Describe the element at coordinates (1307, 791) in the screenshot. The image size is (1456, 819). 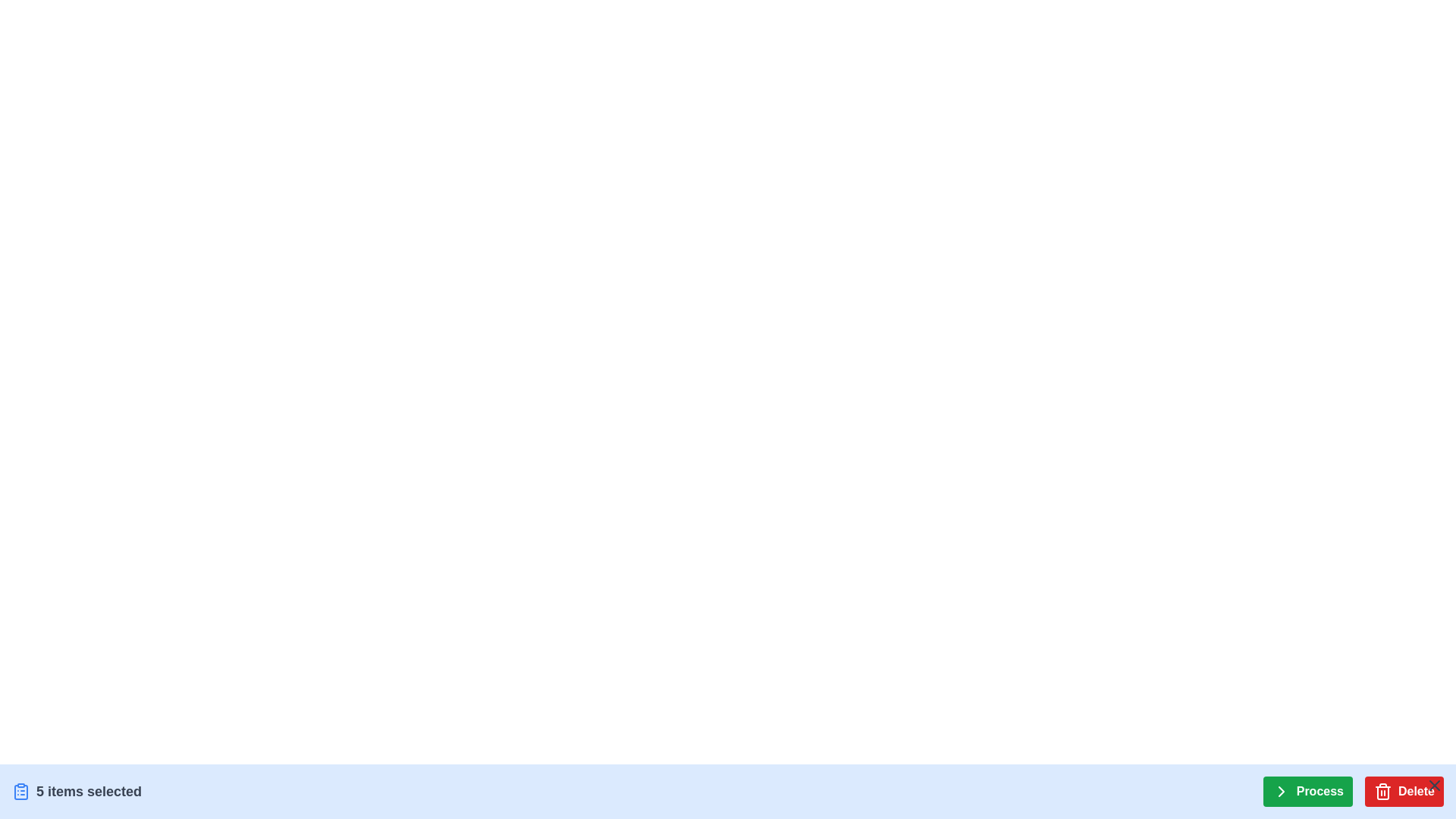
I see `the green 'Process' button with rounded outline, featuring bold white text and a right-facing arrow icon, located near the bottom-right corner of the interface` at that location.